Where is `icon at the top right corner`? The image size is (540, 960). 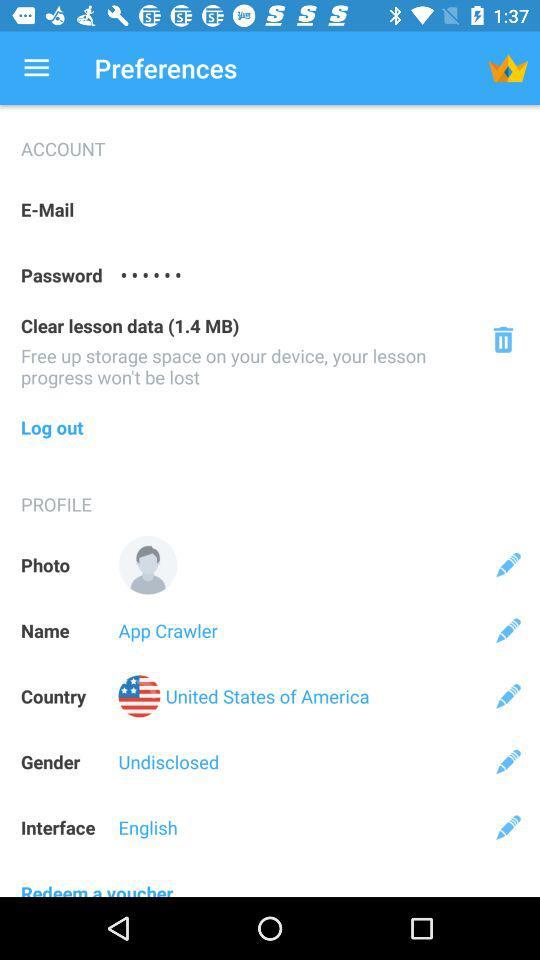
icon at the top right corner is located at coordinates (508, 68).